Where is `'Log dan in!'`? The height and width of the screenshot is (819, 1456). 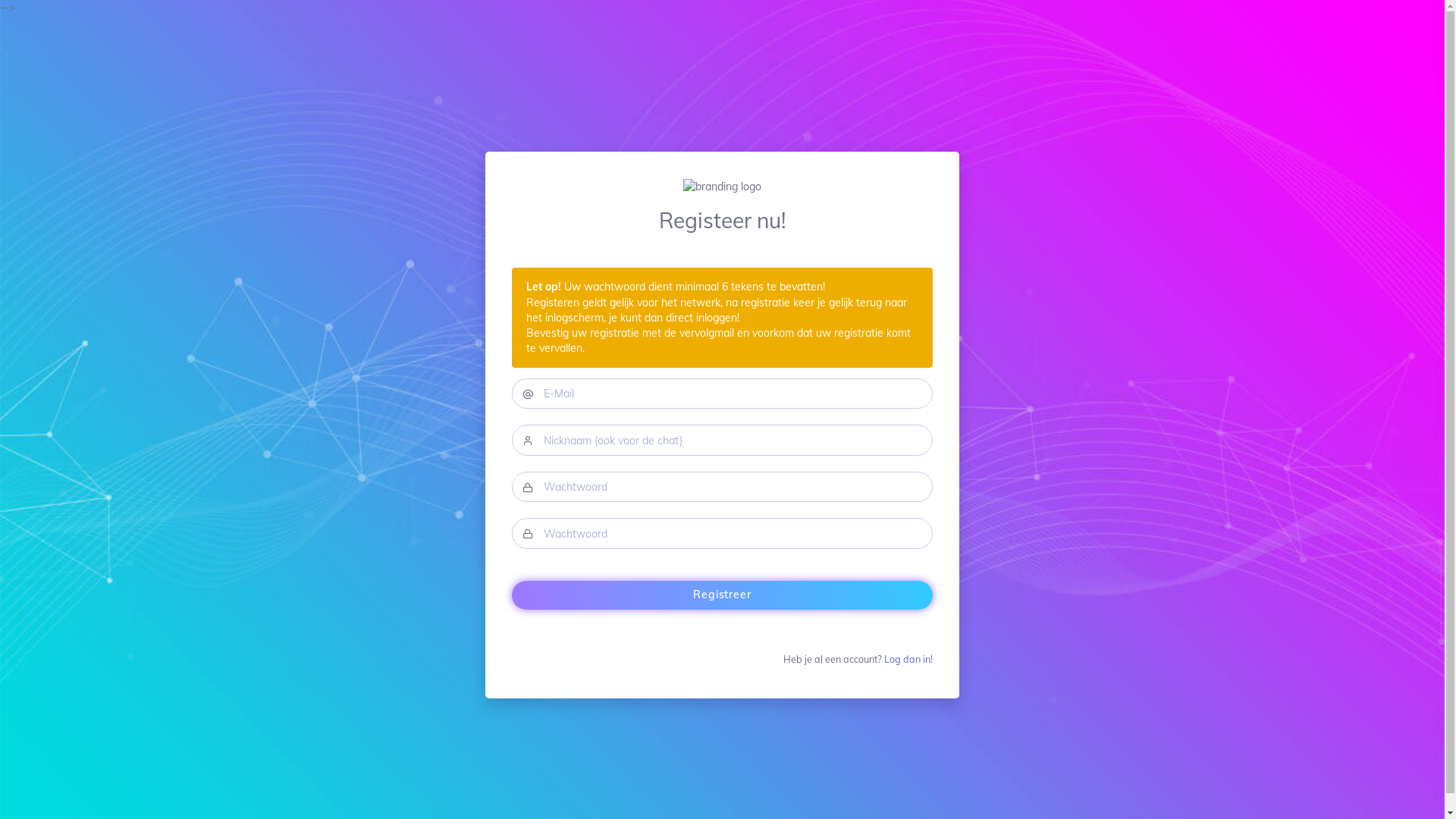 'Log dan in!' is located at coordinates (908, 657).